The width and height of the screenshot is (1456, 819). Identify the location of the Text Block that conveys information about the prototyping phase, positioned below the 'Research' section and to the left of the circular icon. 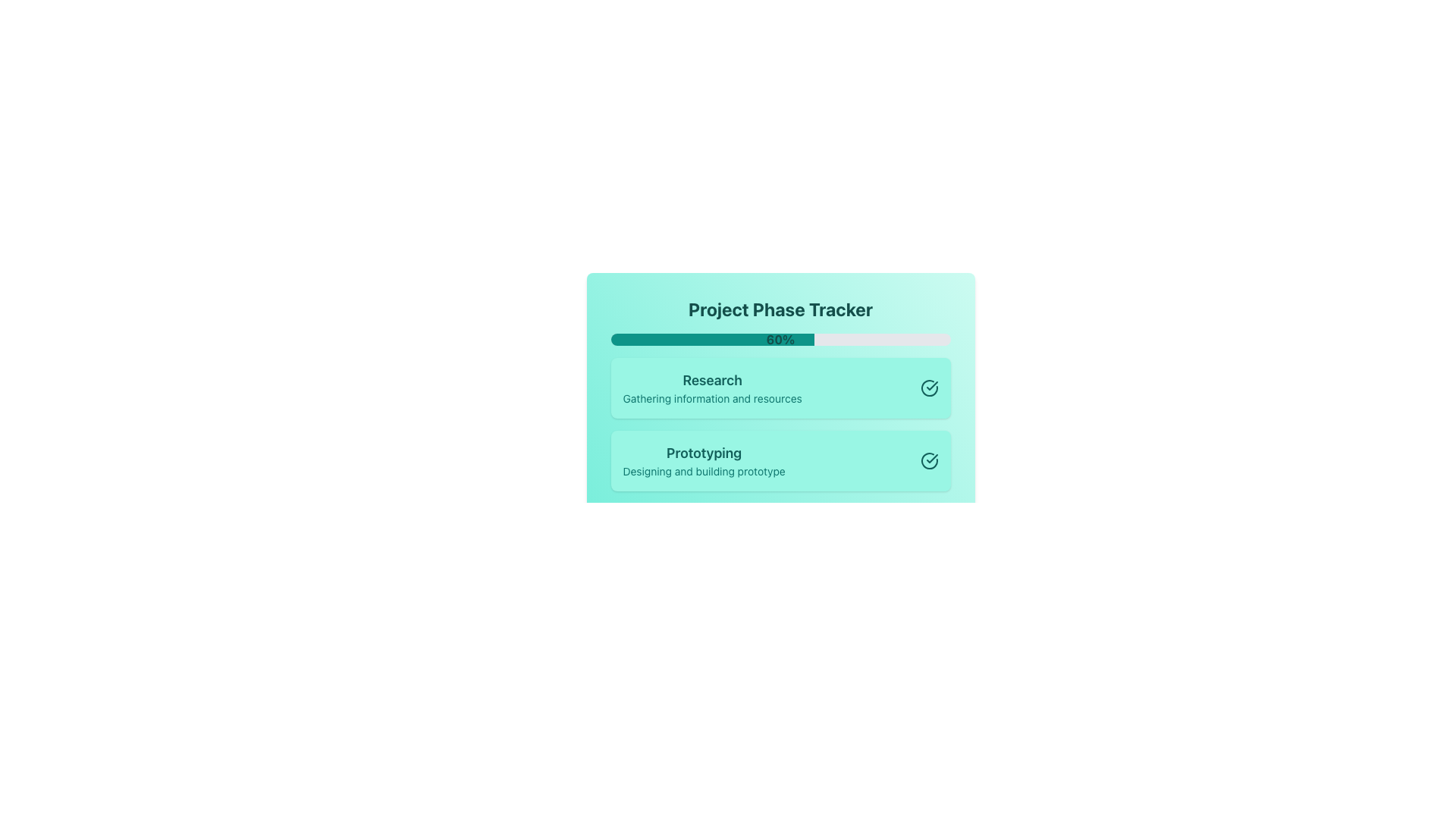
(703, 460).